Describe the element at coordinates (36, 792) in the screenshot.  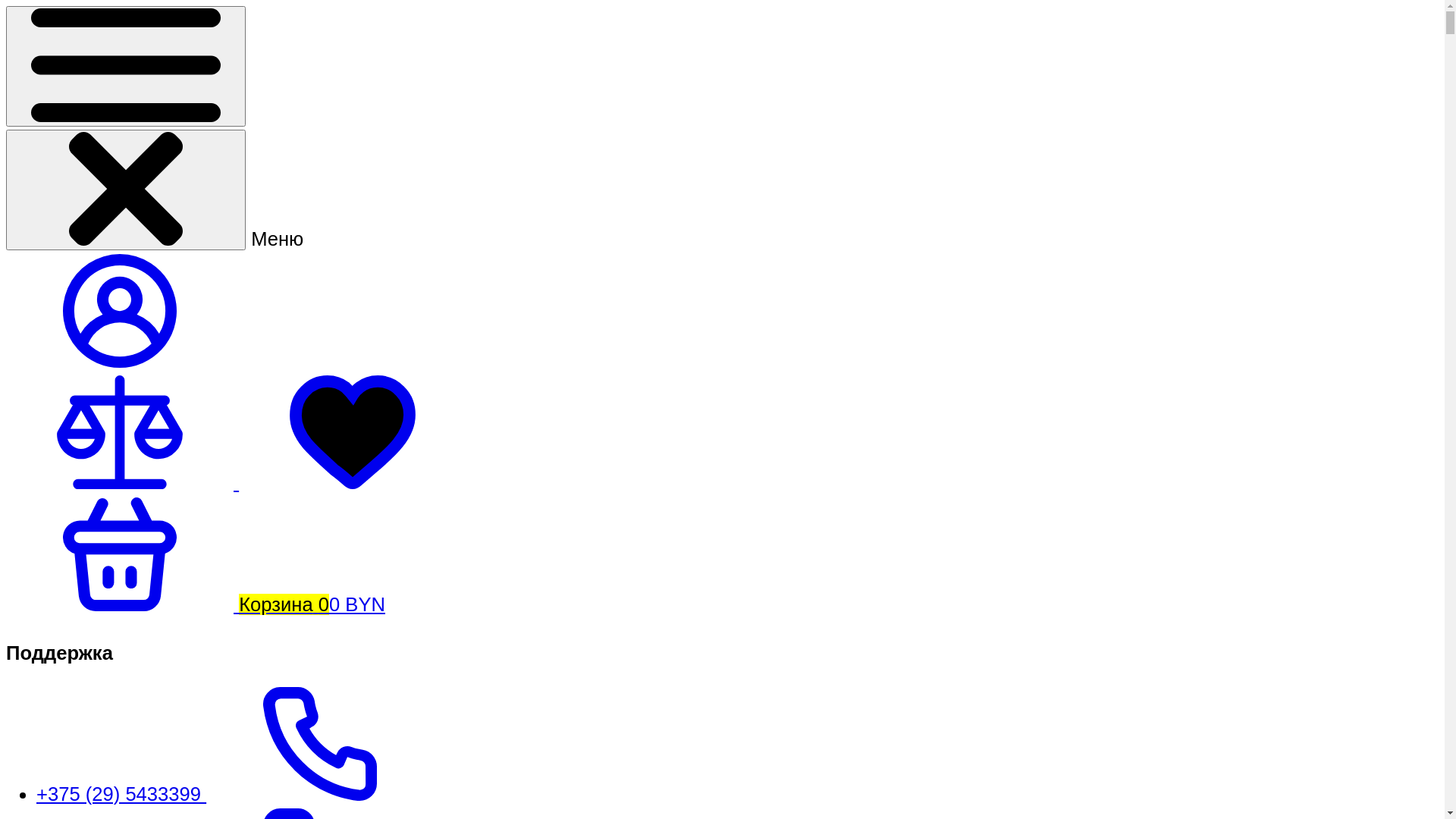
I see `'+375 (29) 5433399'` at that location.